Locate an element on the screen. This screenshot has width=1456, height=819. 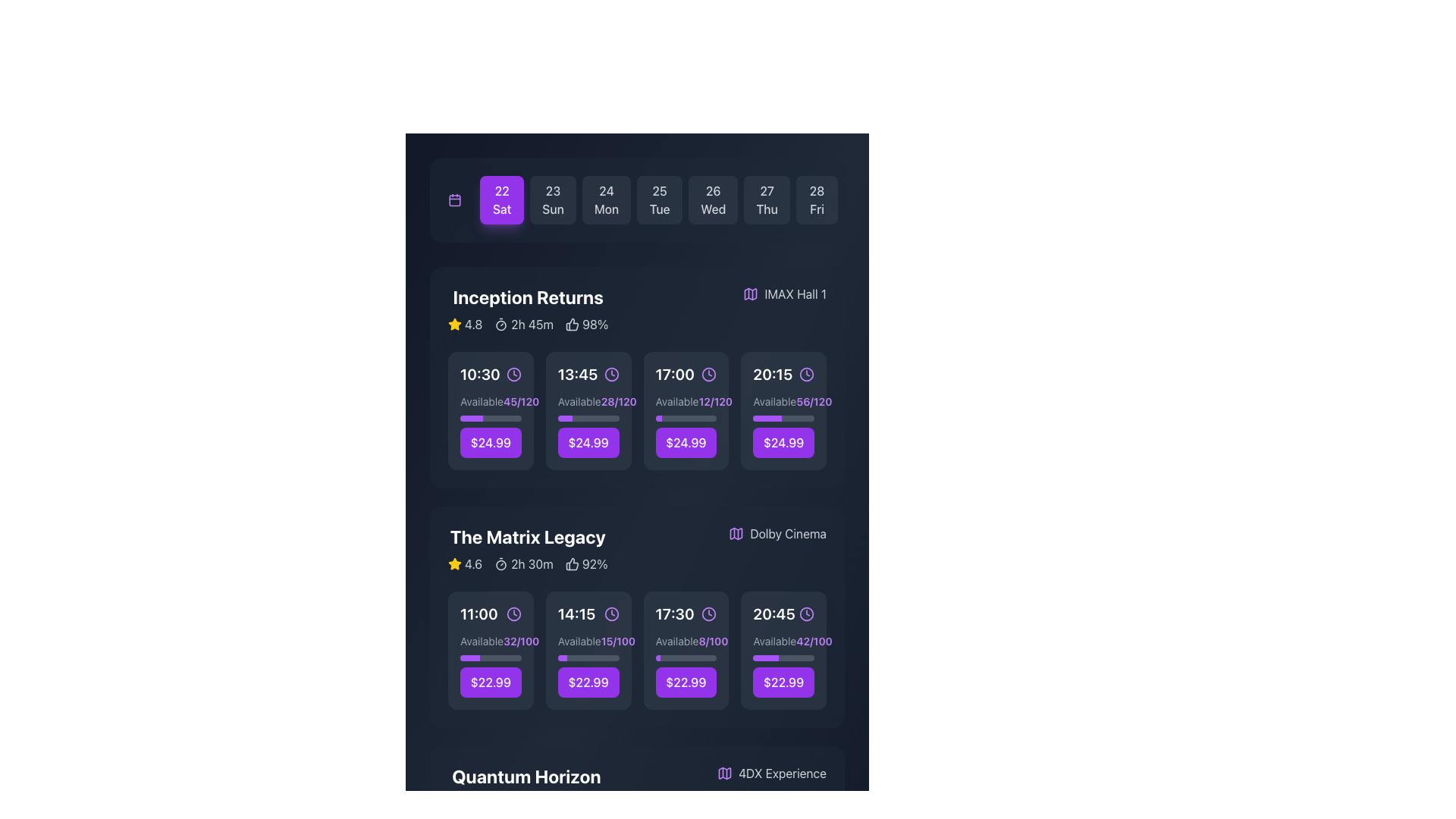
the button in the middle of the card-like structure that initiates seat selection for a movie session is located at coordinates (588, 411).